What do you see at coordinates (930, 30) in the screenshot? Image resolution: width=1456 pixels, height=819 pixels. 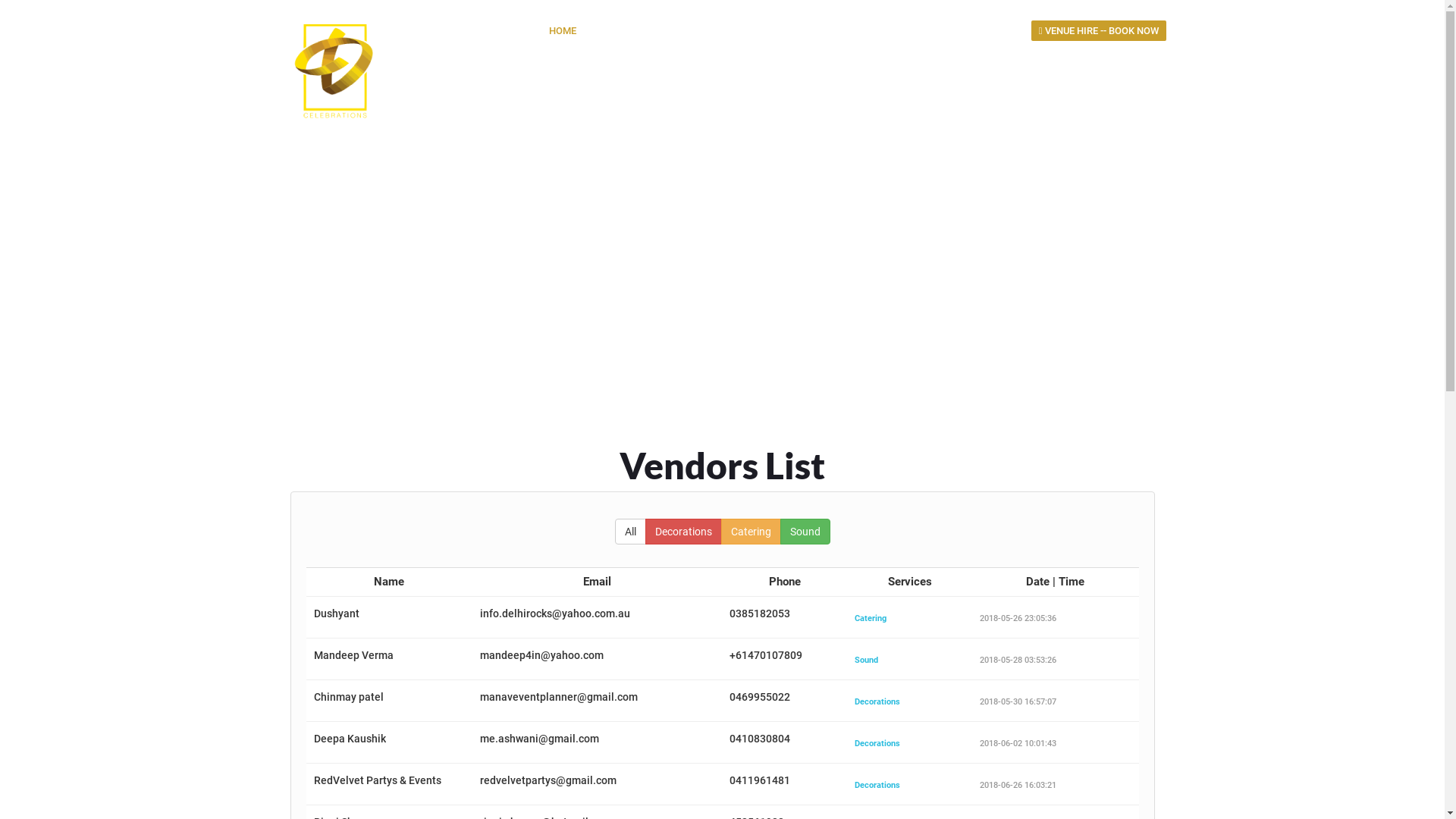 I see `'BLOG'` at bounding box center [930, 30].